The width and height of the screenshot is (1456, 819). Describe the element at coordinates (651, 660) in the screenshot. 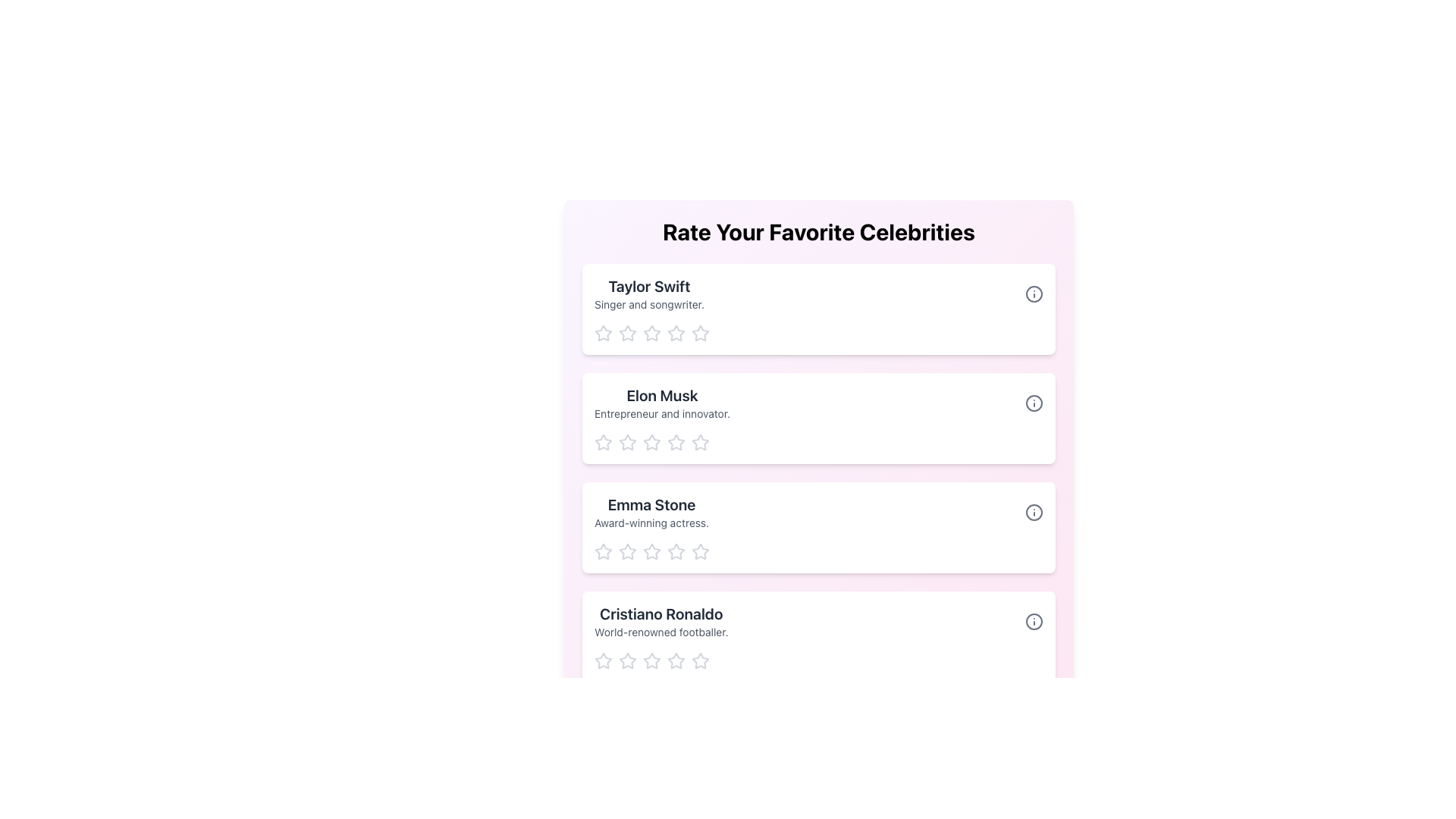

I see `the second star in the rating system for 'Cristiano Ronaldo'` at that location.